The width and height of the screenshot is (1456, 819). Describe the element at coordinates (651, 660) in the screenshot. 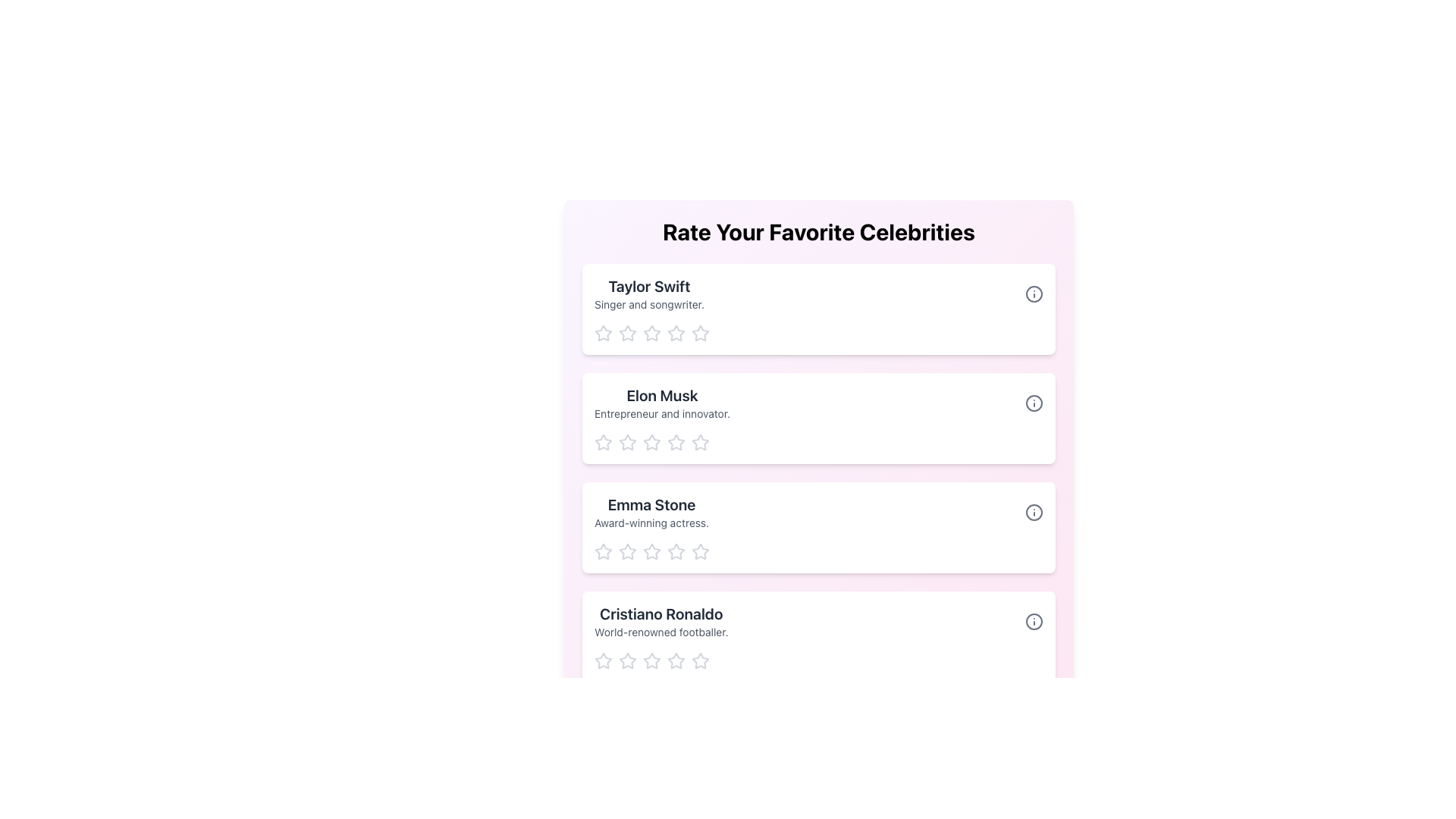

I see `the second star in the rating system for 'Cristiano Ronaldo'` at that location.